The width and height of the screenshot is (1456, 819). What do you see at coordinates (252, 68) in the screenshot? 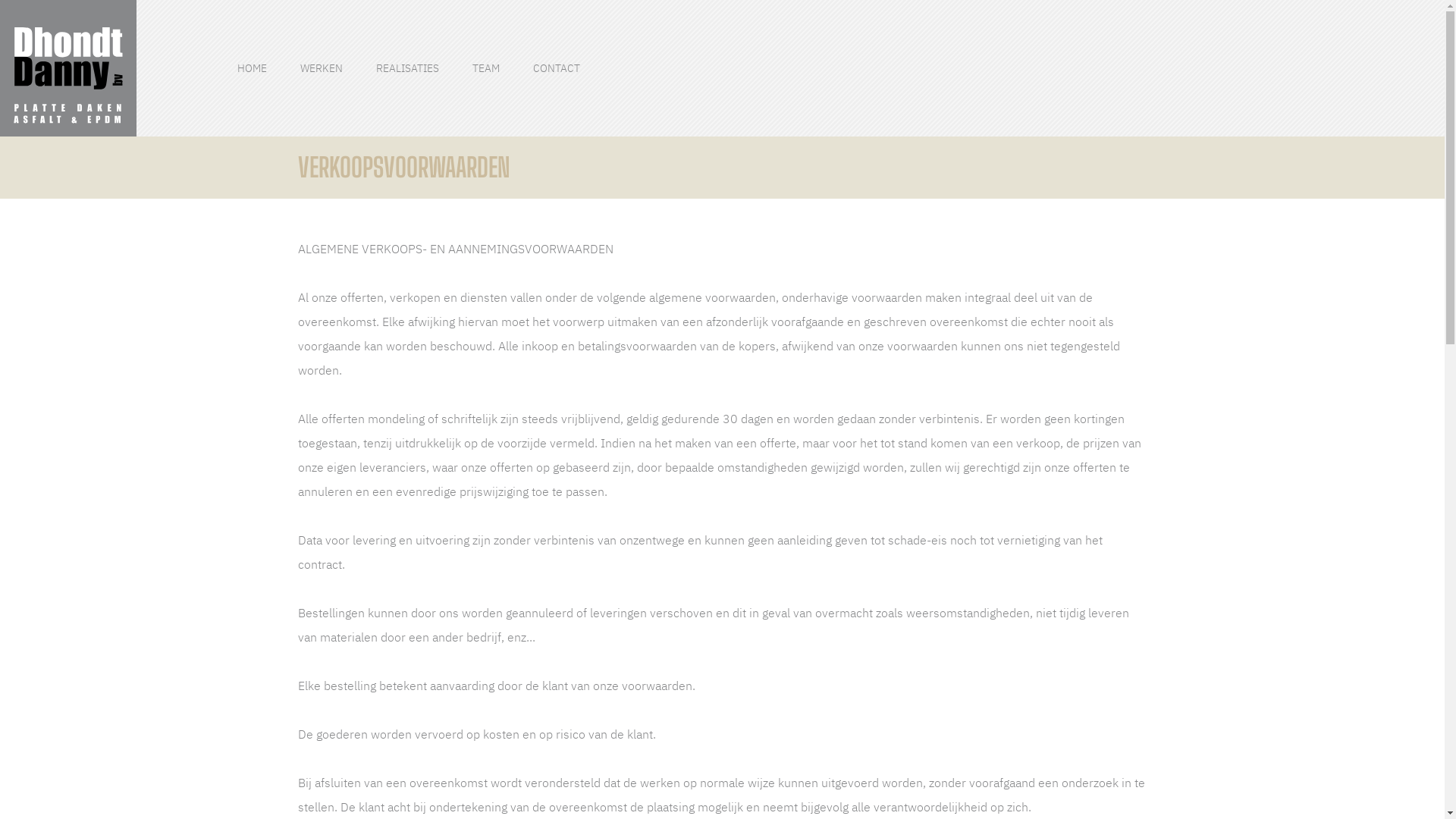
I see `'HOME'` at bounding box center [252, 68].